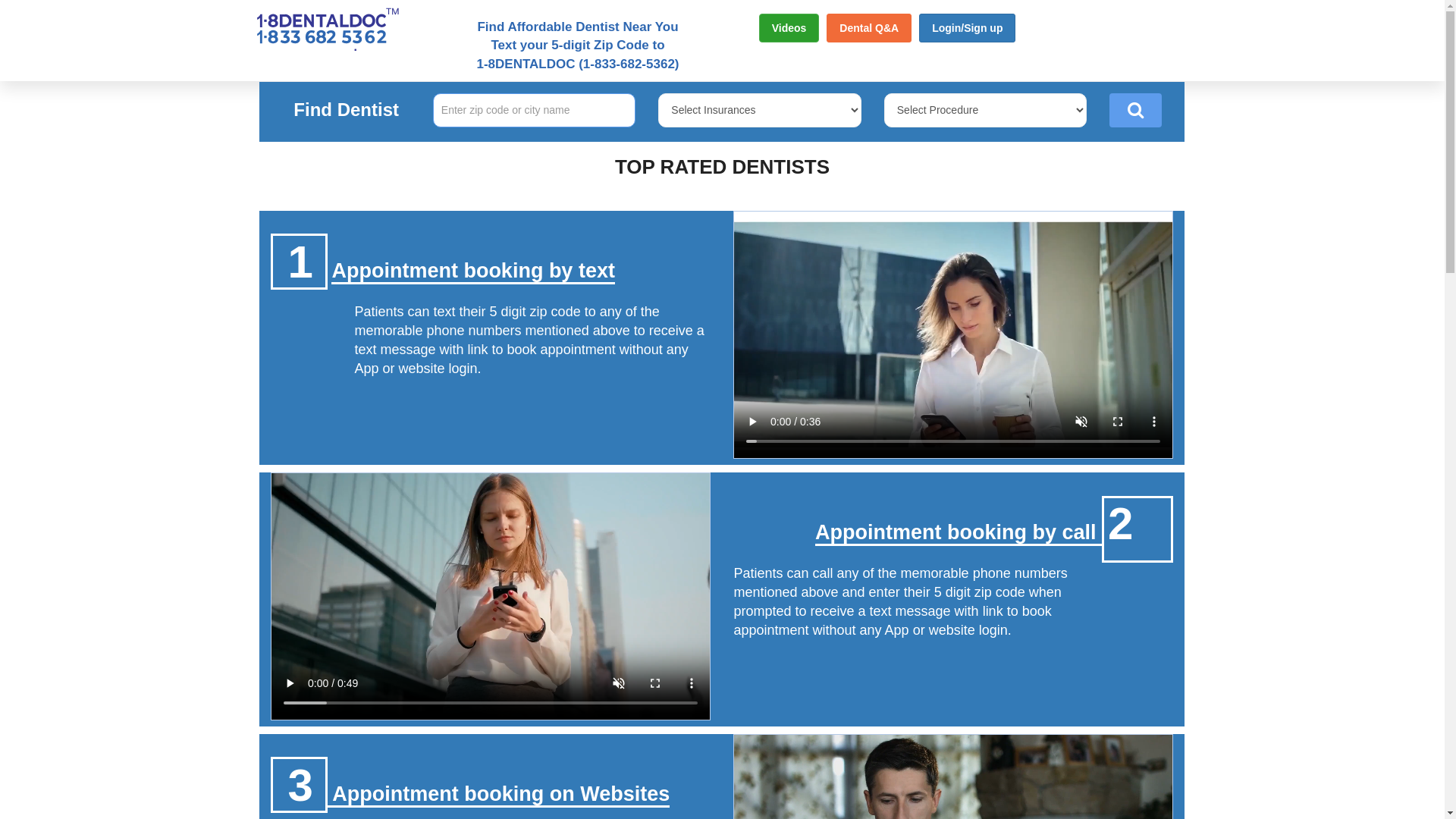  I want to click on 'Dental Q&A', so click(869, 28).